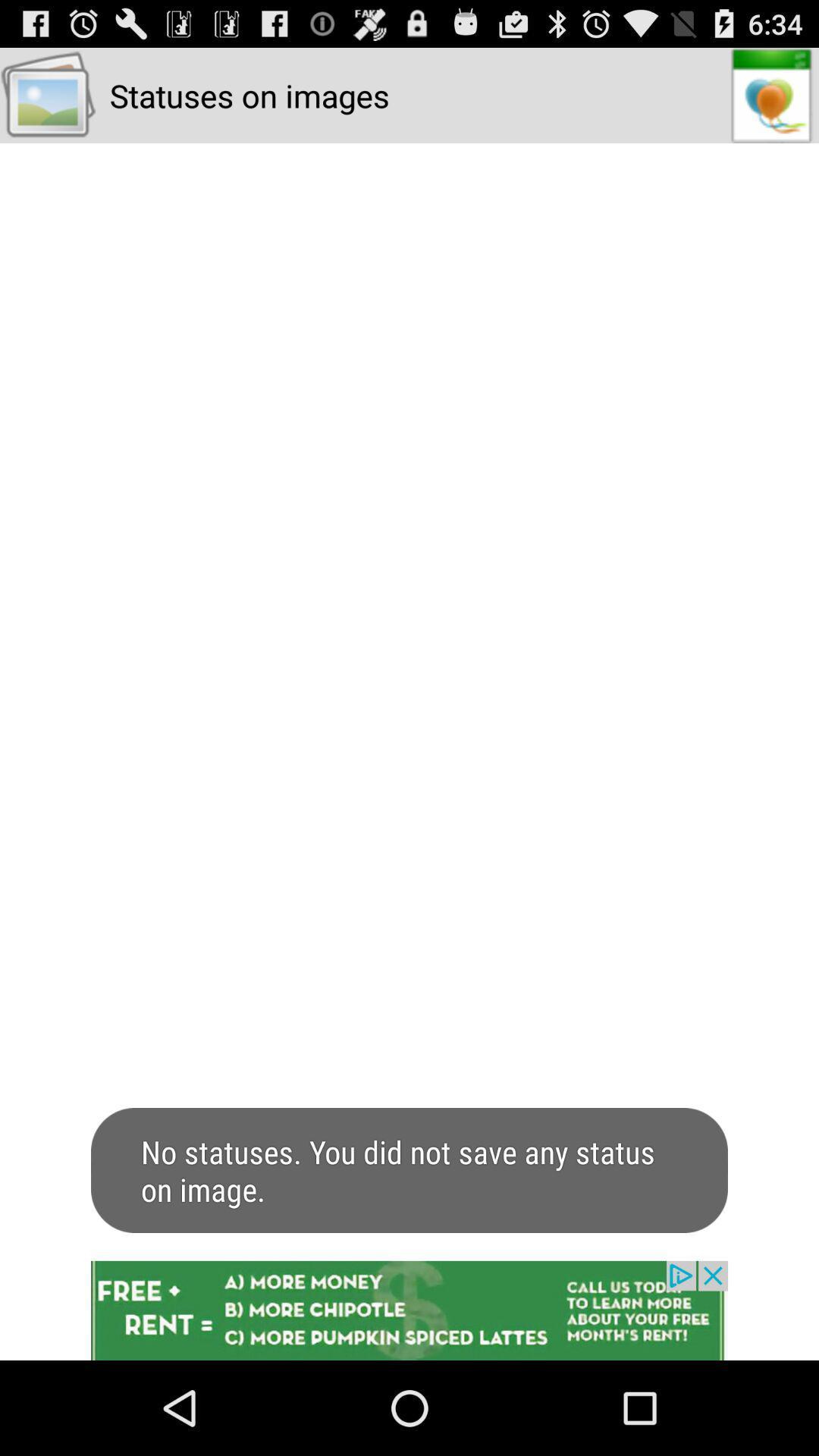  What do you see at coordinates (409, 1310) in the screenshot?
I see `advertising bar` at bounding box center [409, 1310].